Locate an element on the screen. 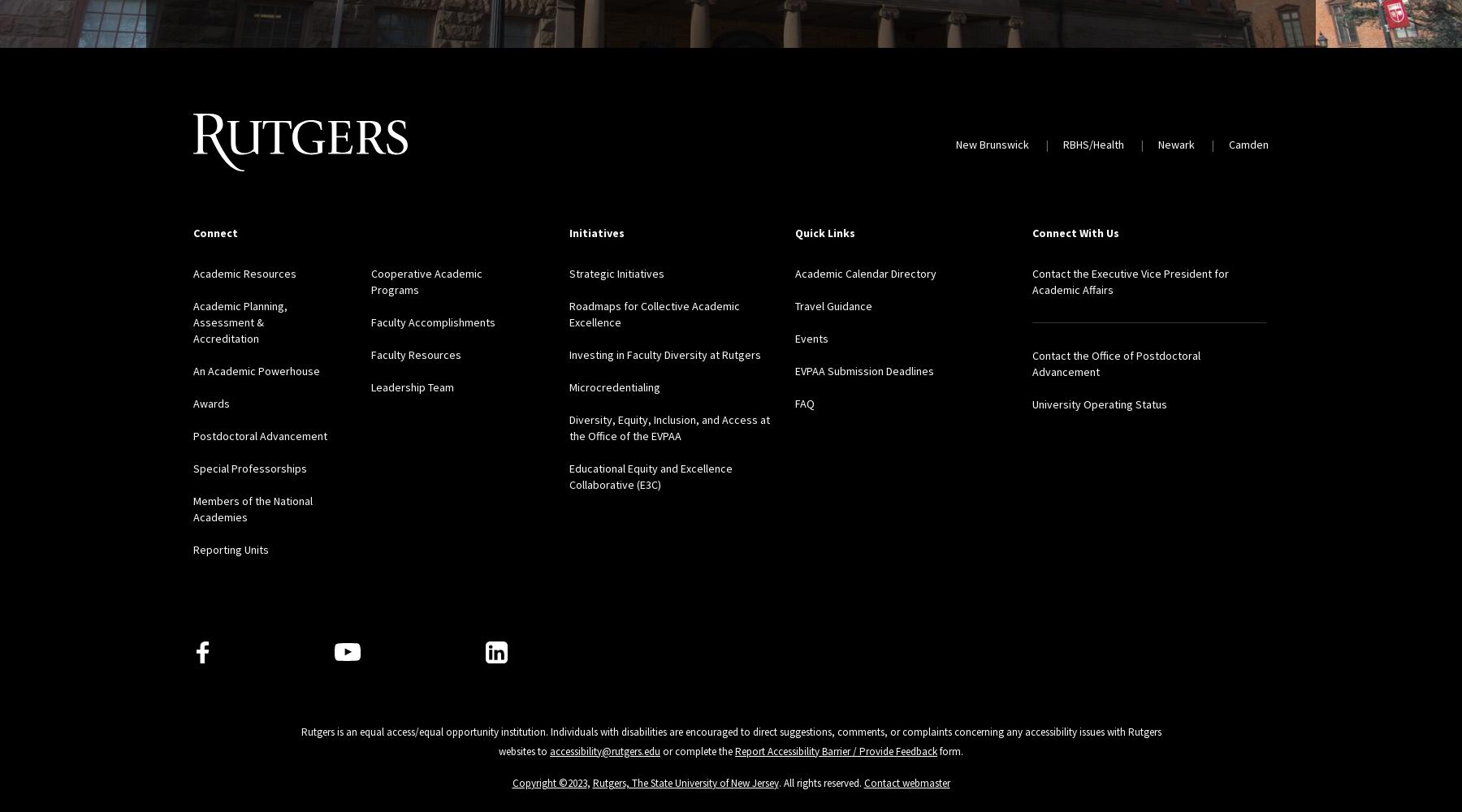  'Faculty Resources' is located at coordinates (415, 355).